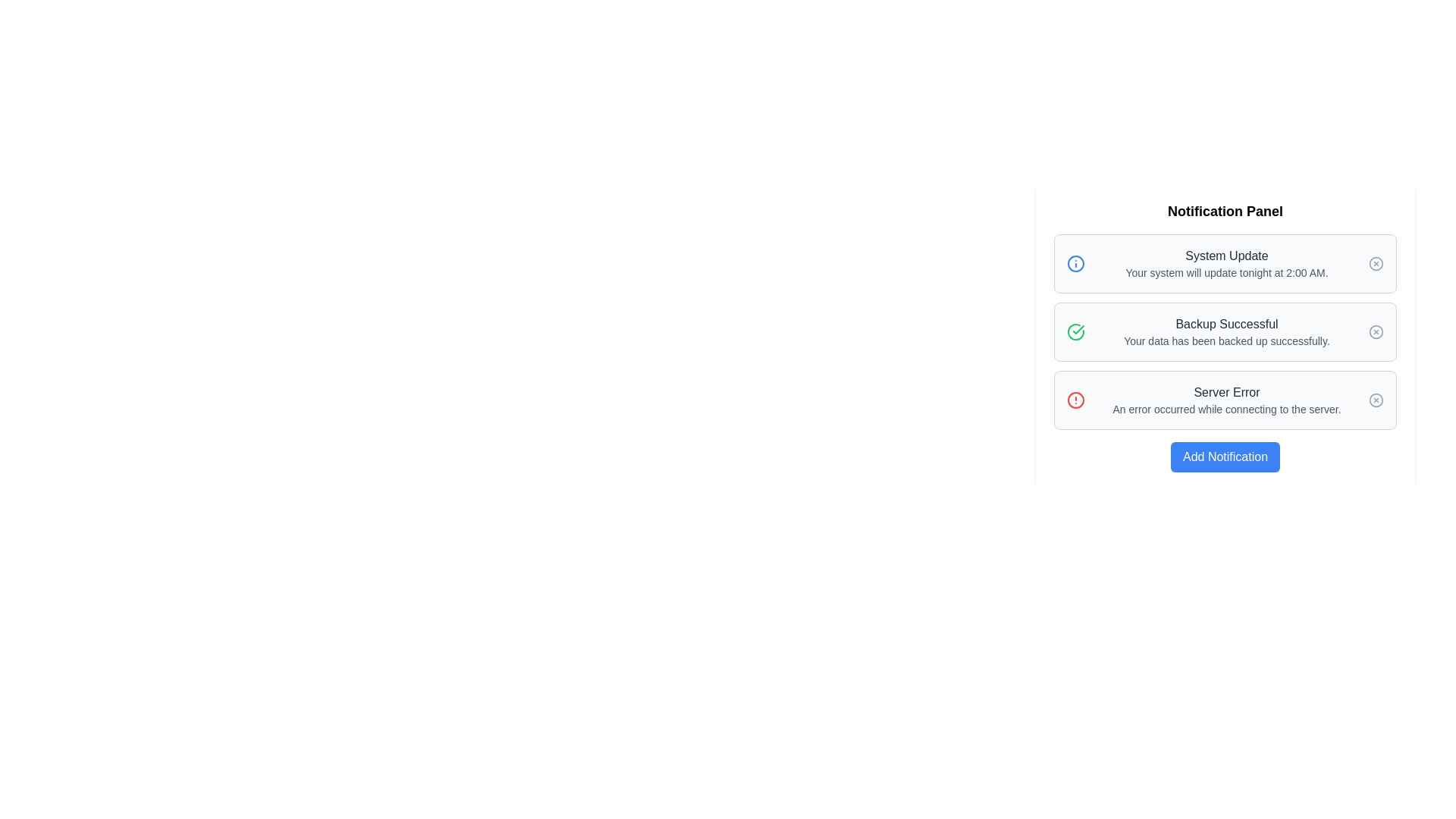 Image resolution: width=1456 pixels, height=819 pixels. Describe the element at coordinates (1376, 400) in the screenshot. I see `the circular boundary of the 'Server Error' icon located on the right side of the 'Server Error' notification card in the Notification Panel` at that location.